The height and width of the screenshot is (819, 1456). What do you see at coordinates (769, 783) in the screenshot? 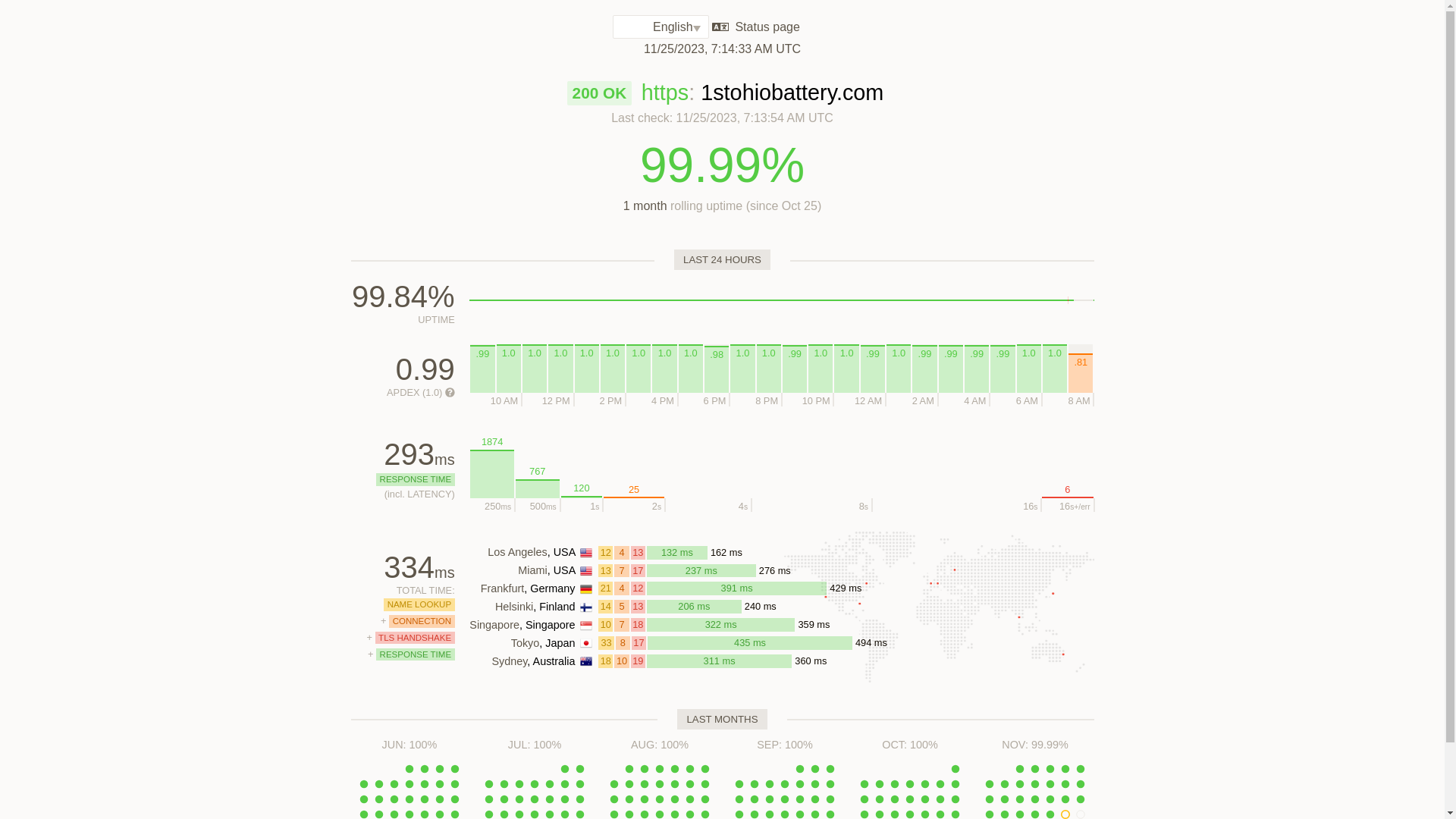
I see `'<small>Sep 06:</small> No downtime'` at bounding box center [769, 783].